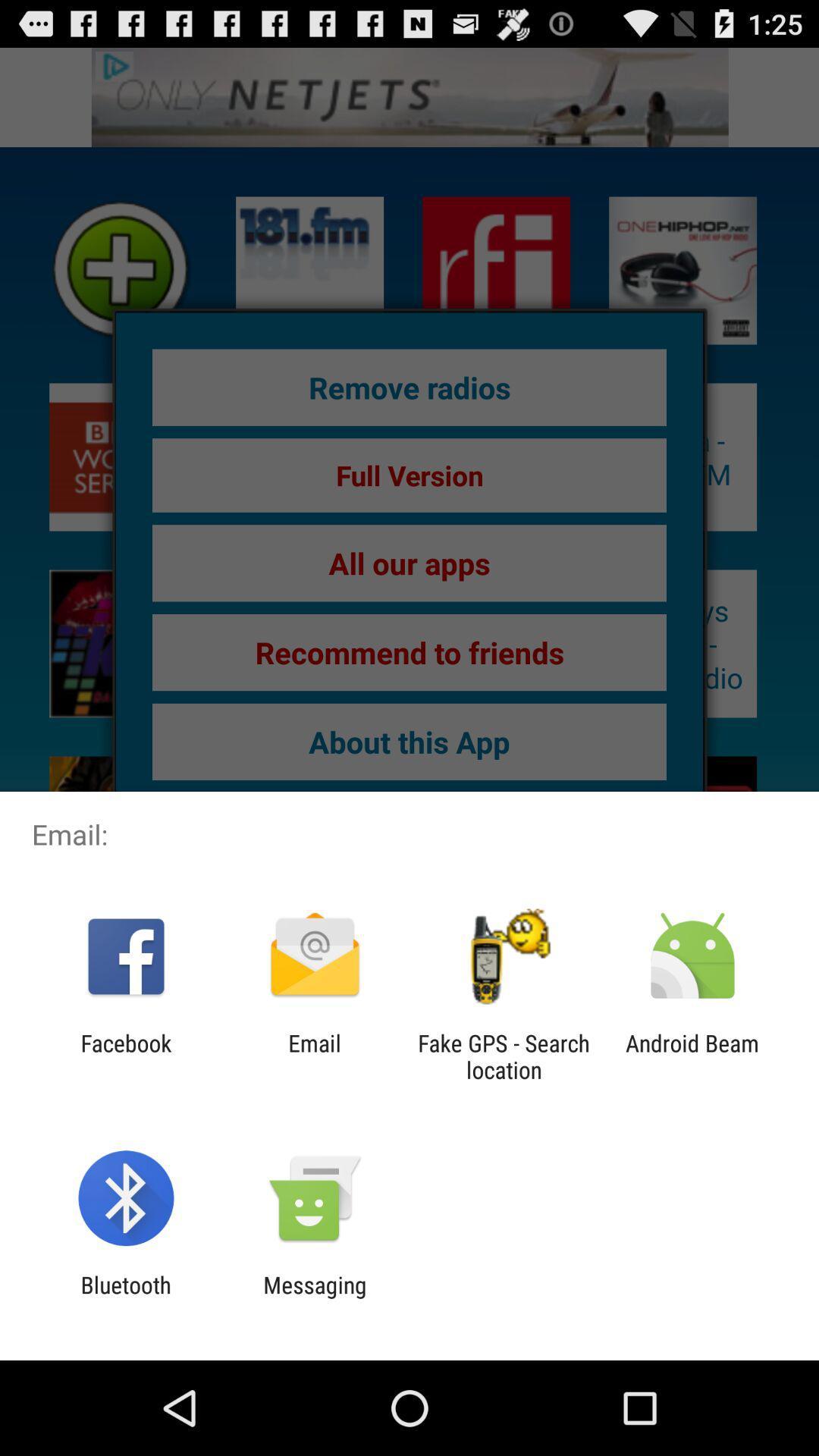  I want to click on the android beam app, so click(692, 1056).